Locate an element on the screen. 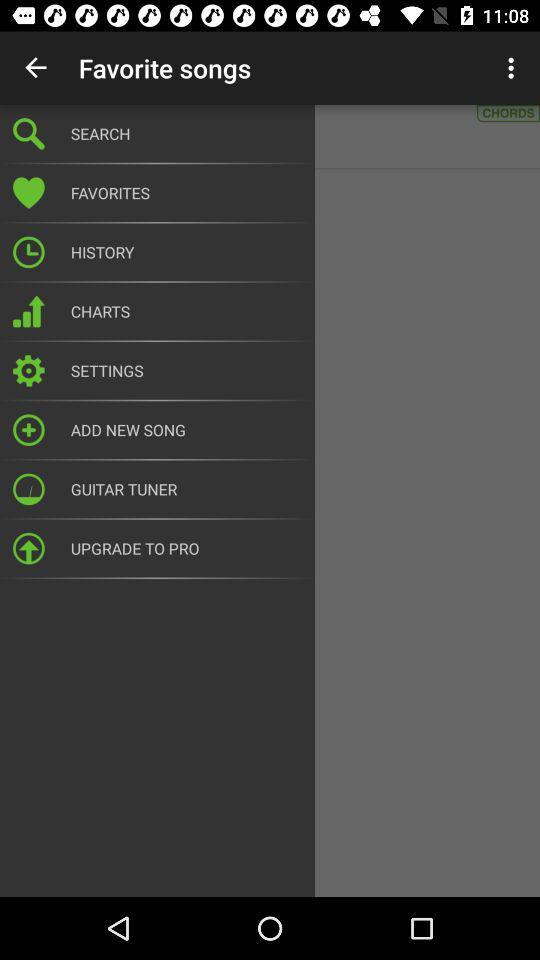 This screenshot has width=540, height=960. history icon is located at coordinates (186, 251).